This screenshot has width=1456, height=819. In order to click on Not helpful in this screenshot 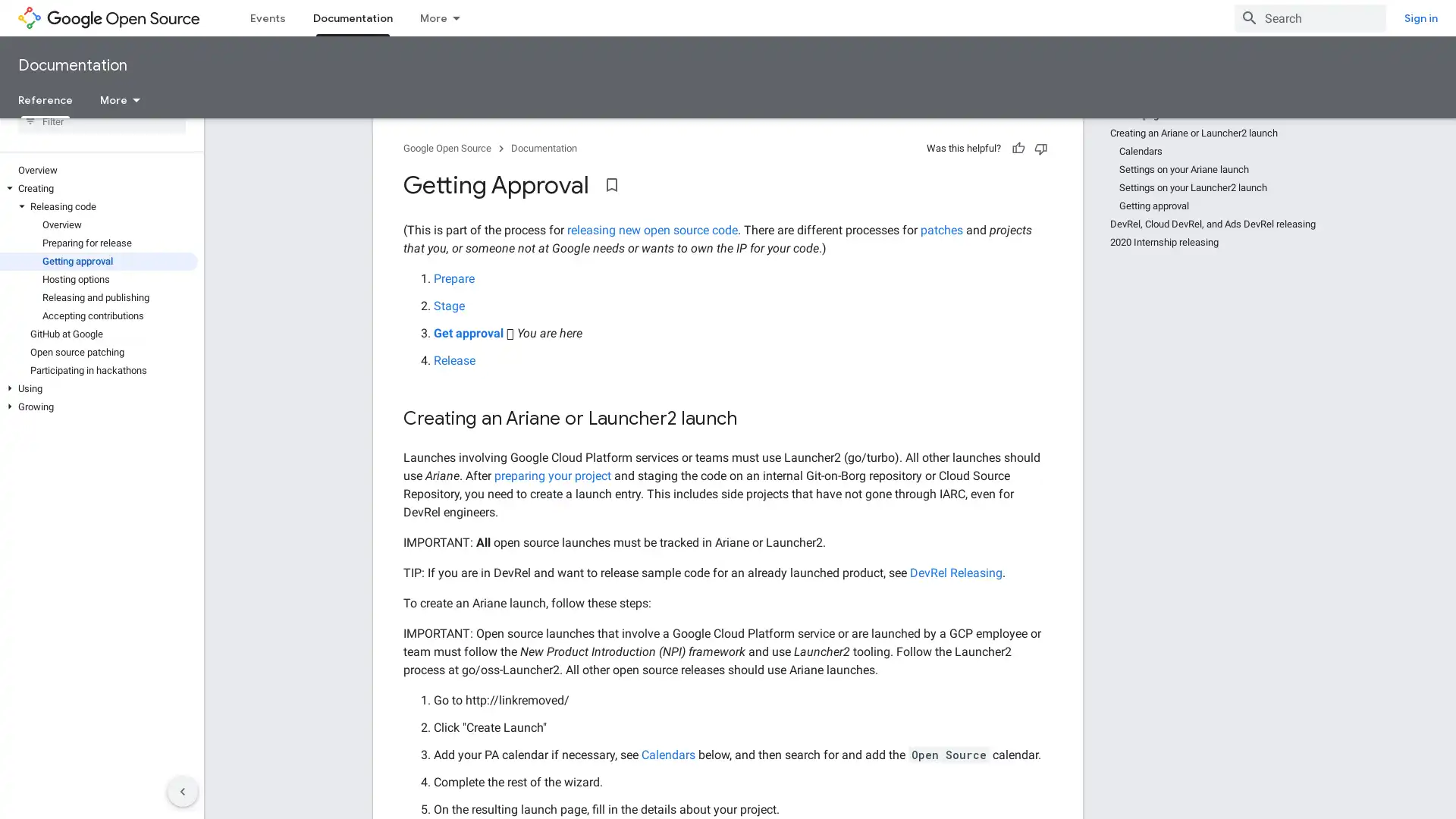, I will do `click(1040, 174)`.